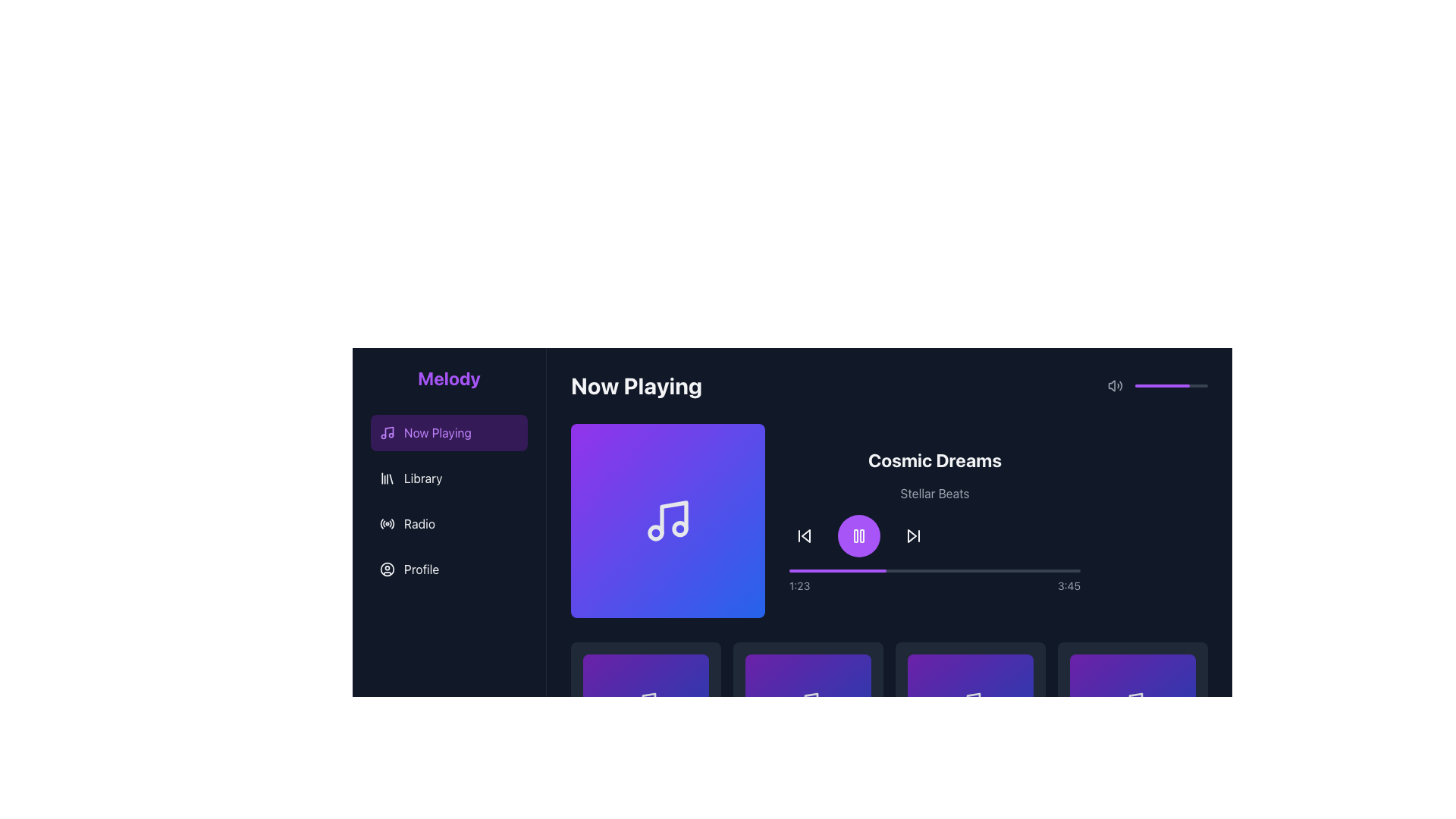 The height and width of the screenshot is (819, 1456). I want to click on the slider, so click(1153, 385).